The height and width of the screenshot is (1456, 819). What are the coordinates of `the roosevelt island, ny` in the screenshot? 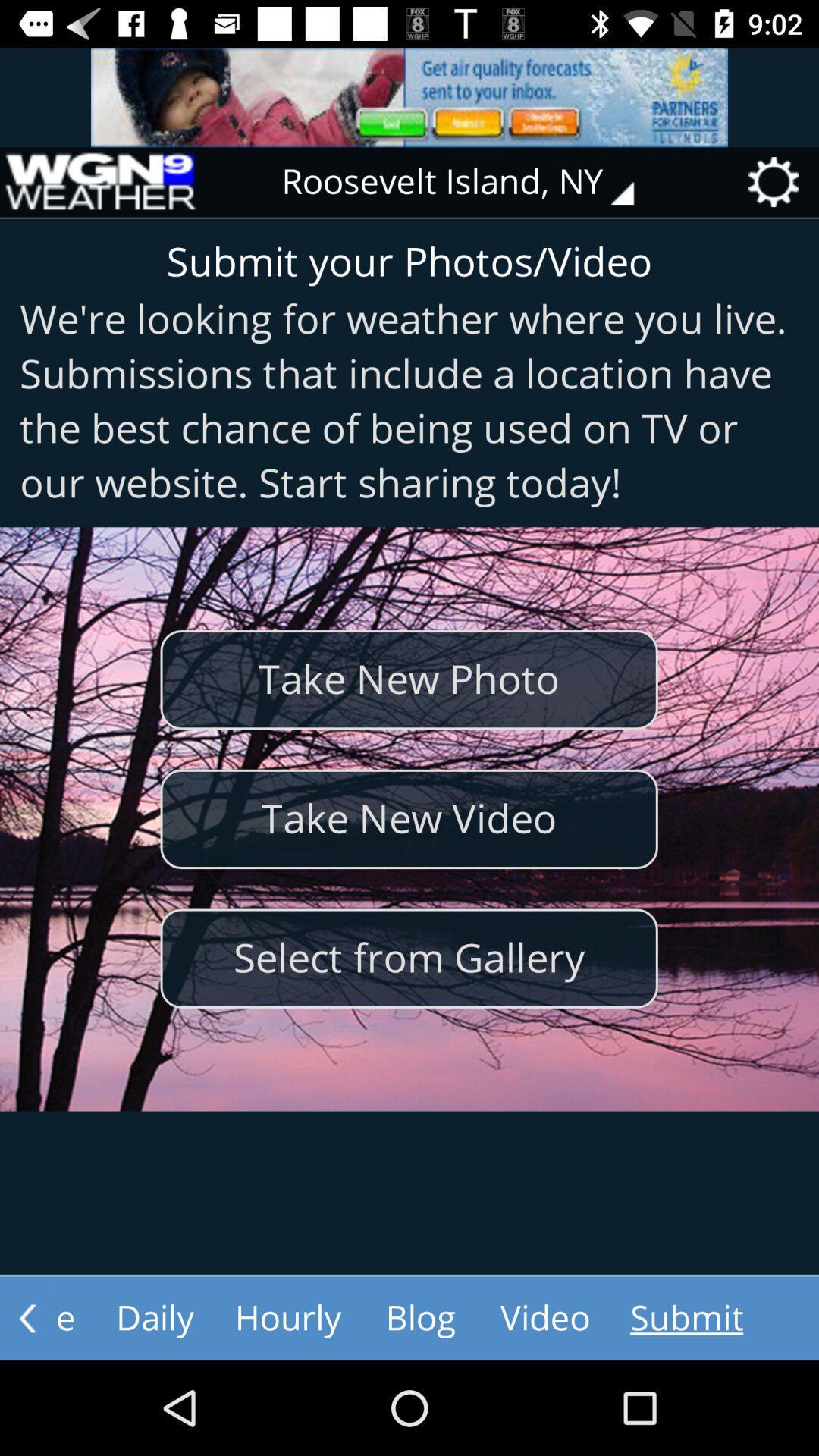 It's located at (468, 182).